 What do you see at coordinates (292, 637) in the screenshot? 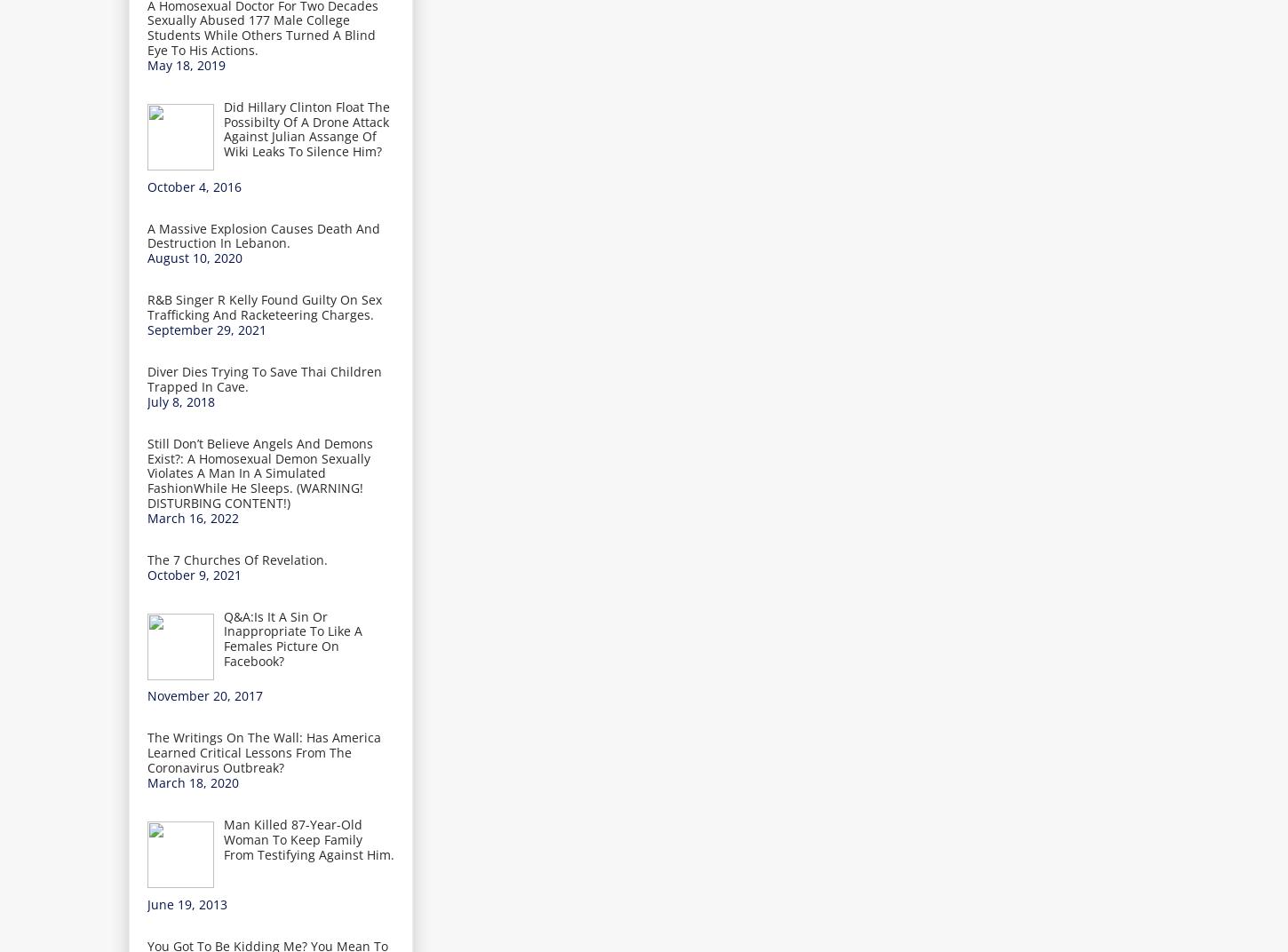
I see `'Q&A:Is It A Sin Or Inappropriate To Like A Females Picture On Facebook?'` at bounding box center [292, 637].